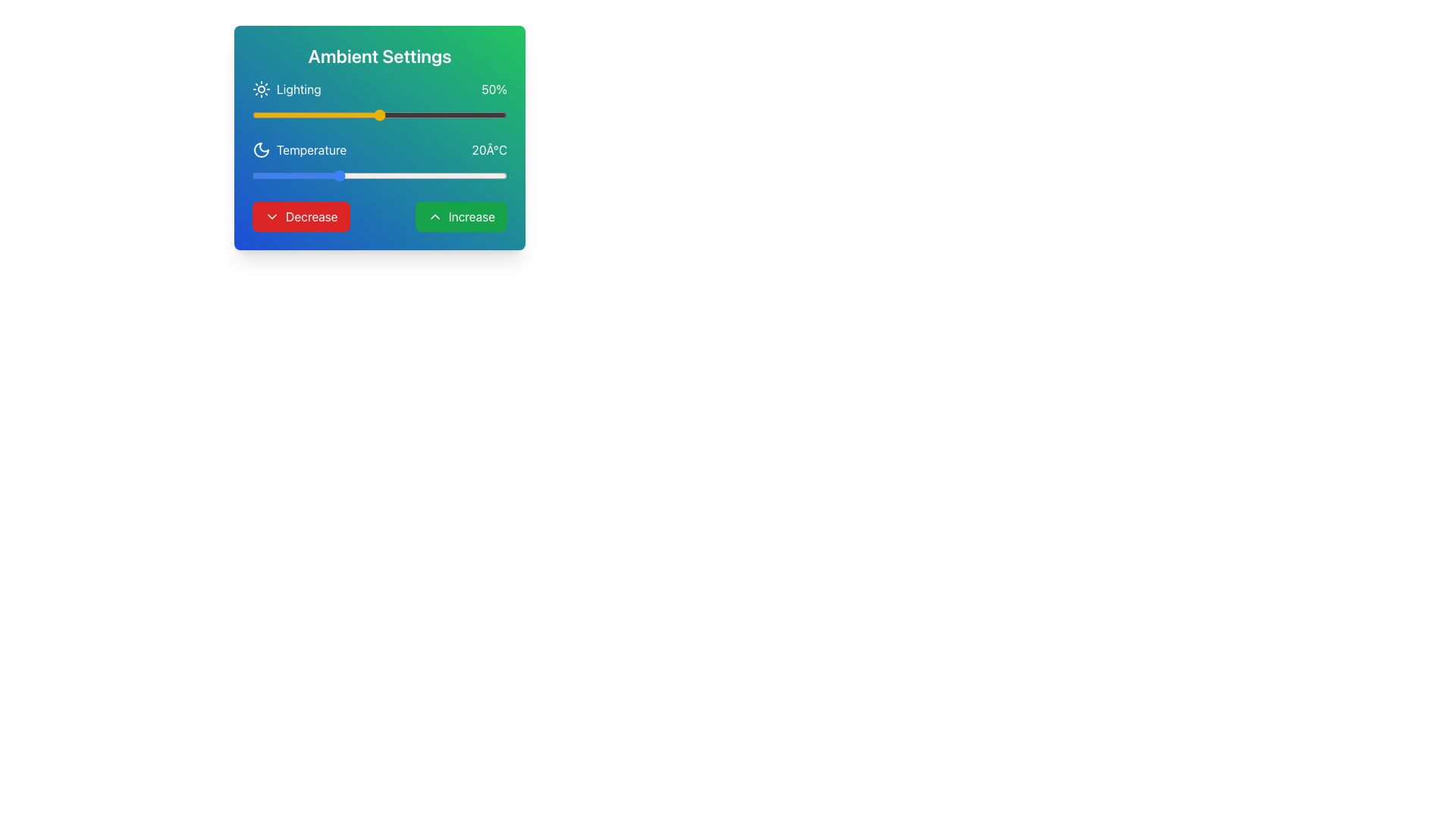  What do you see at coordinates (388, 114) in the screenshot?
I see `the lighting level` at bounding box center [388, 114].